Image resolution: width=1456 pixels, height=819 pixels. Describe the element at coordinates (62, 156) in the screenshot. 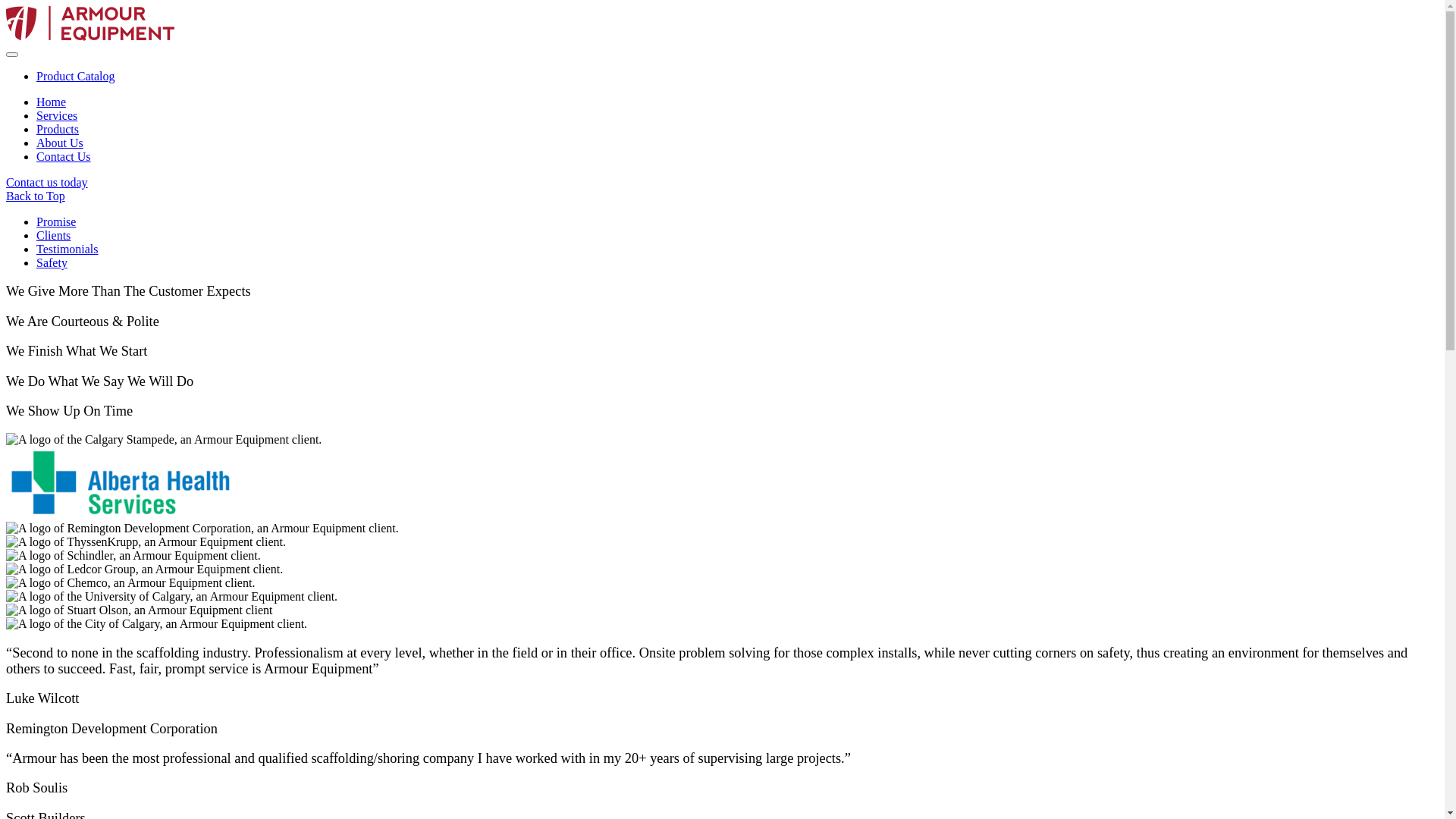

I see `'Contact Us'` at that location.